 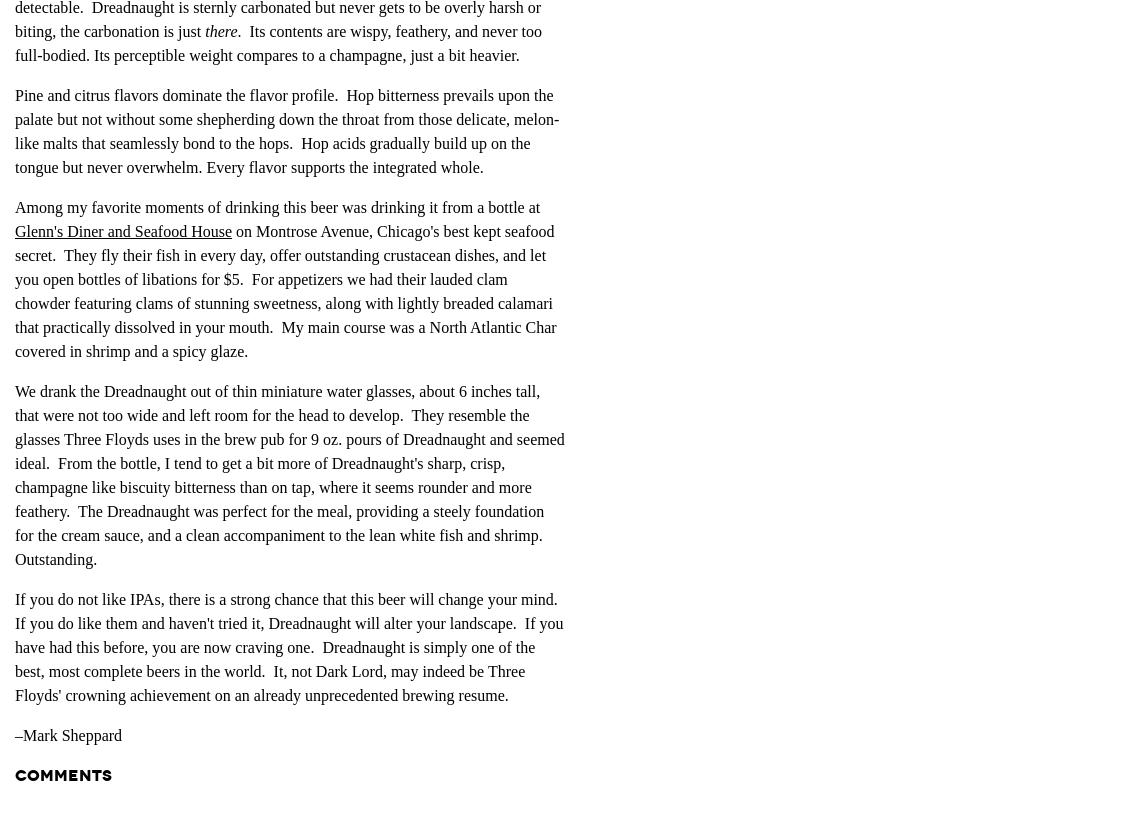 What do you see at coordinates (288, 645) in the screenshot?
I see `'If you do not like IPAs, there is a strong chance that this beer will change your mind.  If you do like them and haven't tried it, Dreadnaught will alter your landscape.  If you have had this before, you are now craving one.  Dreadnaught is simply one of the best, most complete beers in the world.  It, not Dark Lord, may indeed be Three Floyds' crowning achievement on an already unprecedented brewing resume.'` at bounding box center [288, 645].